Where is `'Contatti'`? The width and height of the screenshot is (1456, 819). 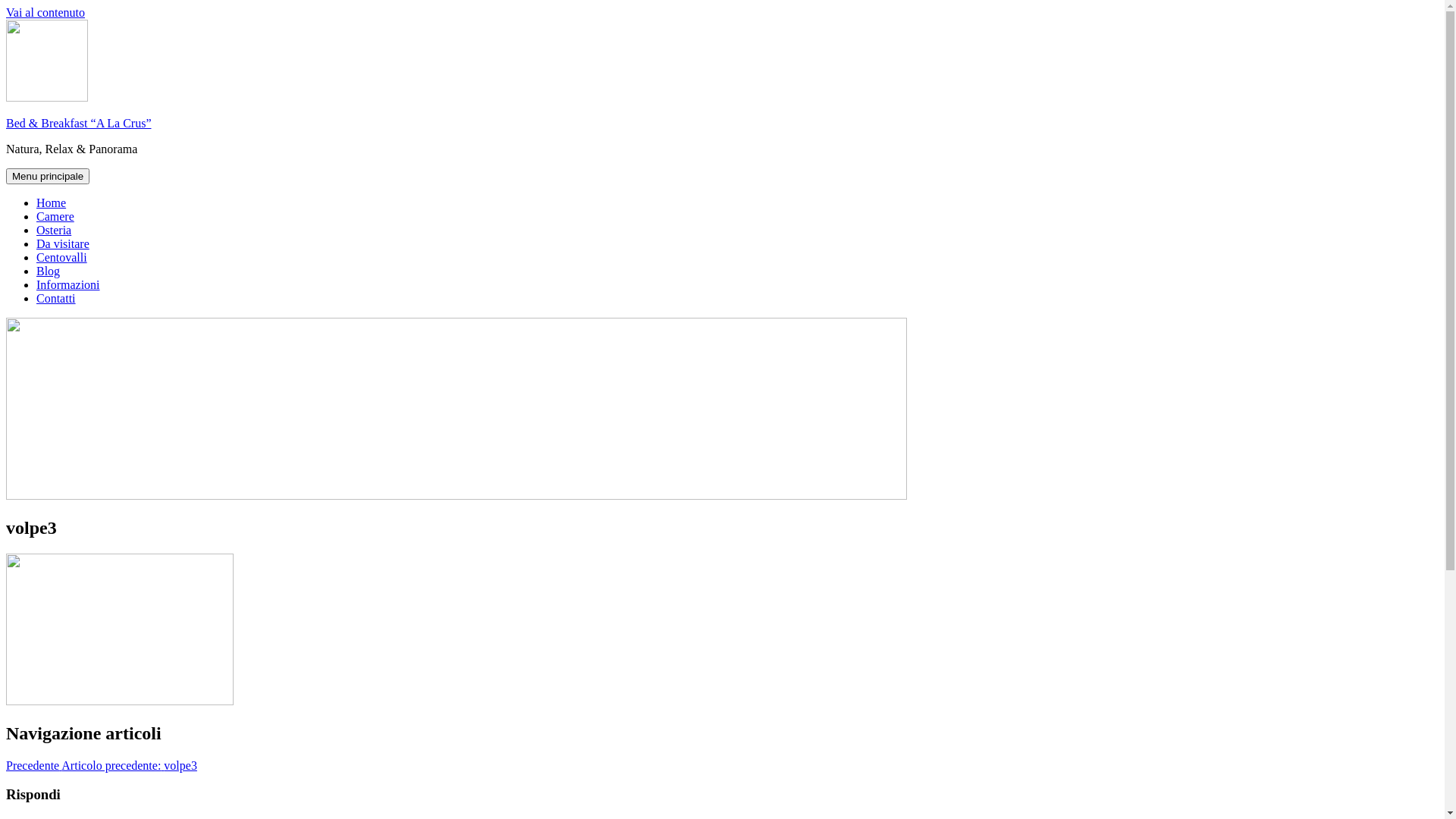 'Contatti' is located at coordinates (55, 298).